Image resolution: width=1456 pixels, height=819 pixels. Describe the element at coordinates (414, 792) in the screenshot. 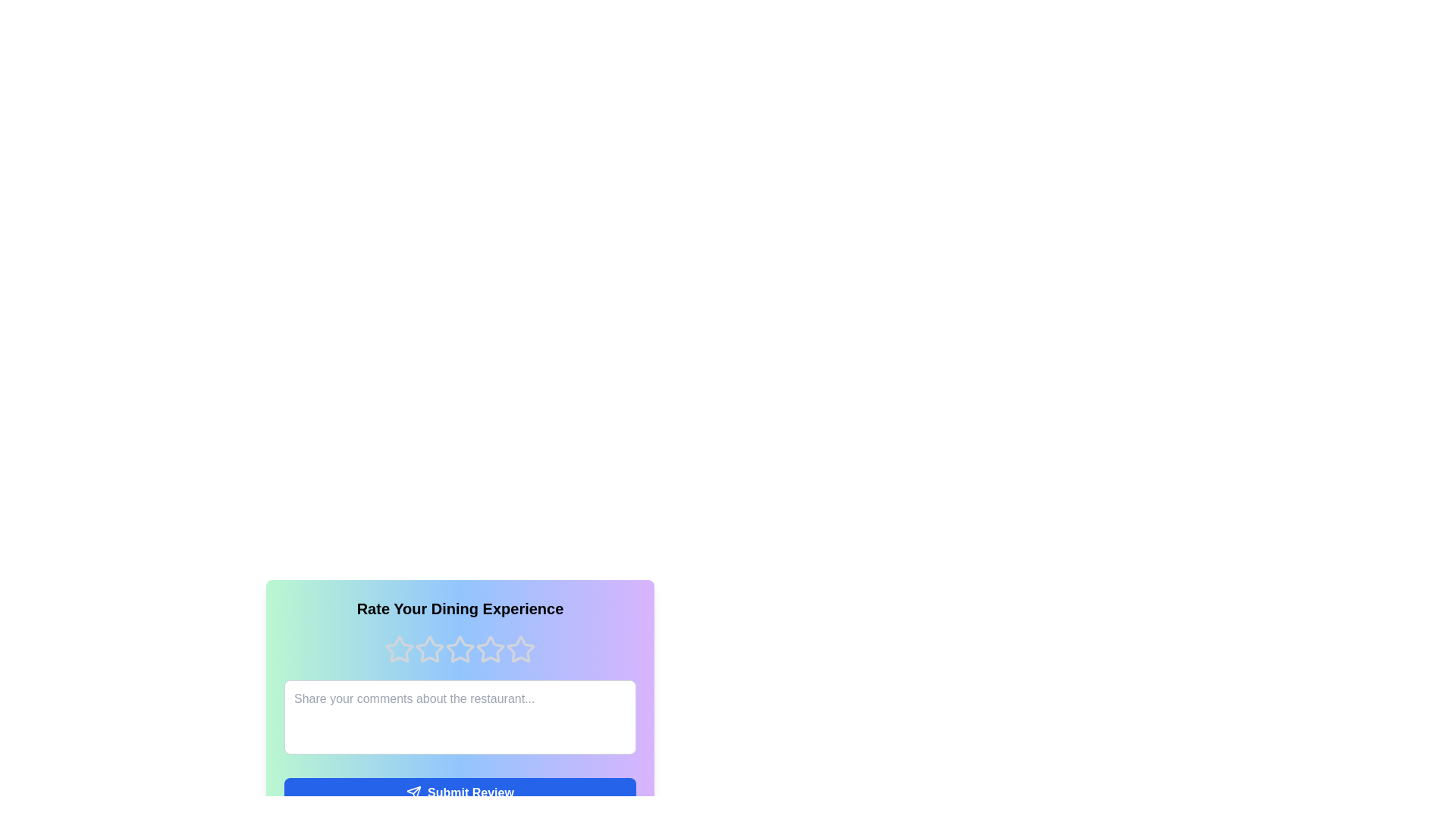

I see `the send arrow icon, which is styled like a paper airplane and located near the submit button of the review submission form` at that location.